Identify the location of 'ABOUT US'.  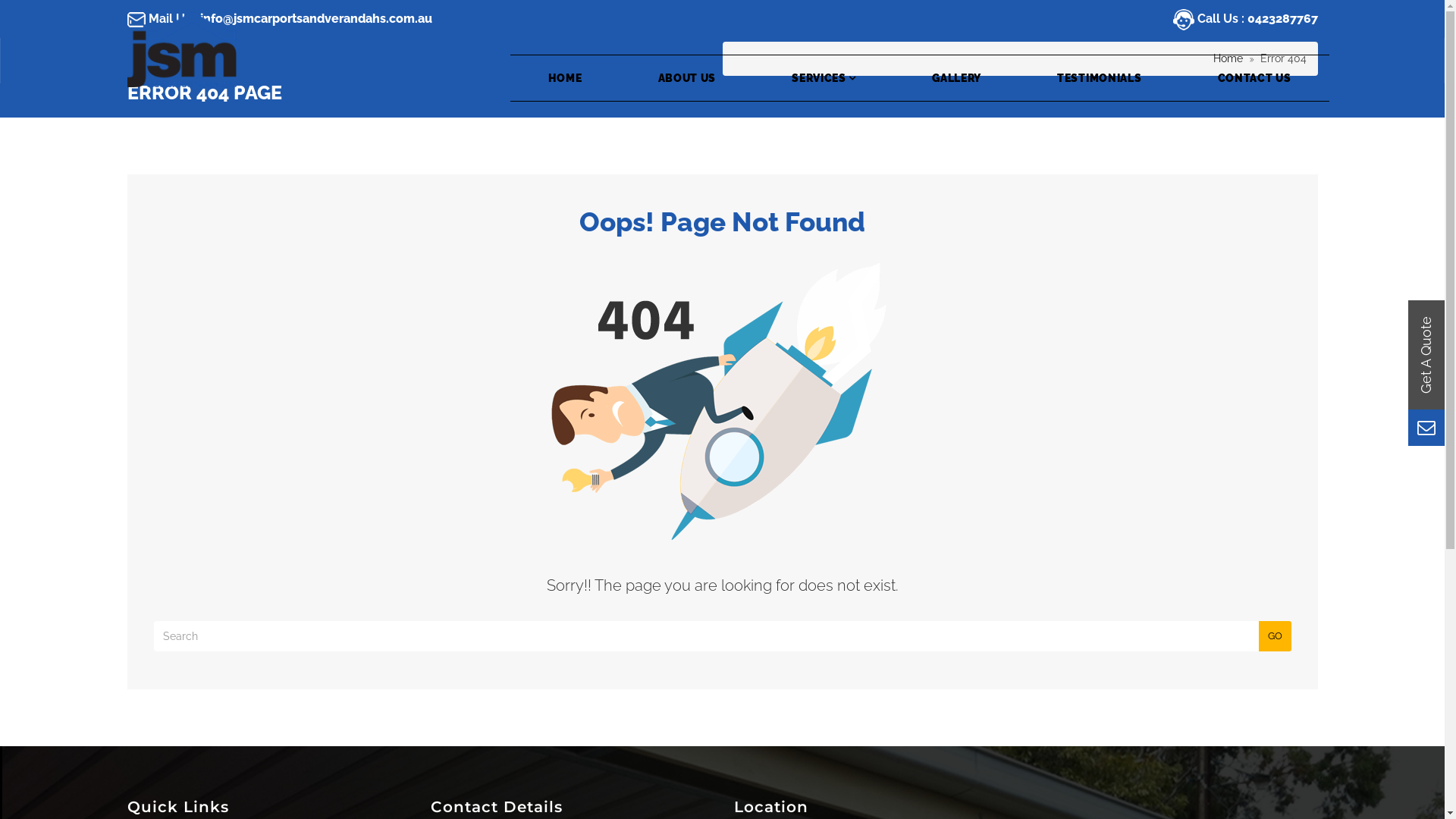
(686, 78).